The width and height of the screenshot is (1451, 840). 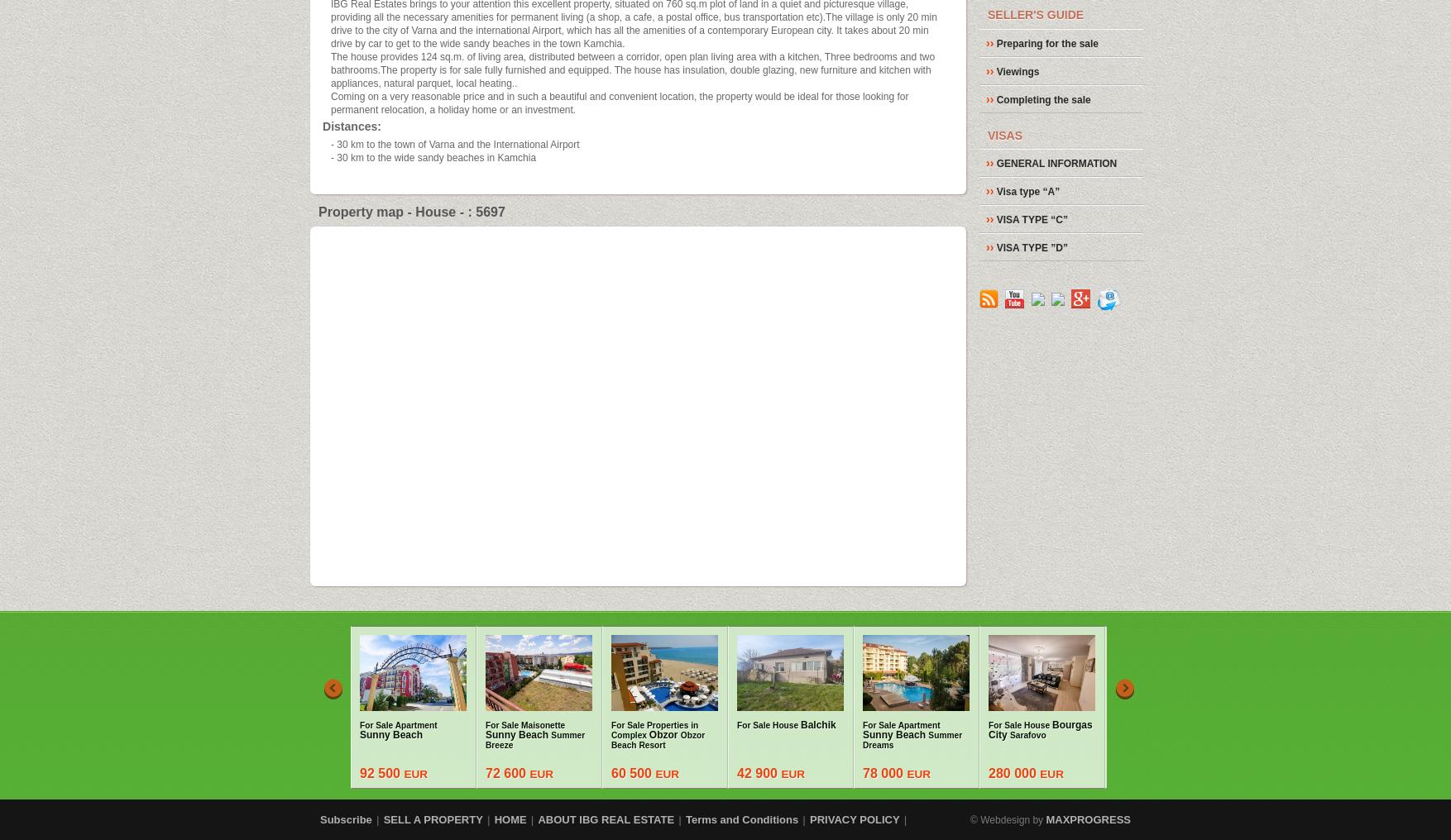 I want to click on 'Flores Park', so click(x=1284, y=739).